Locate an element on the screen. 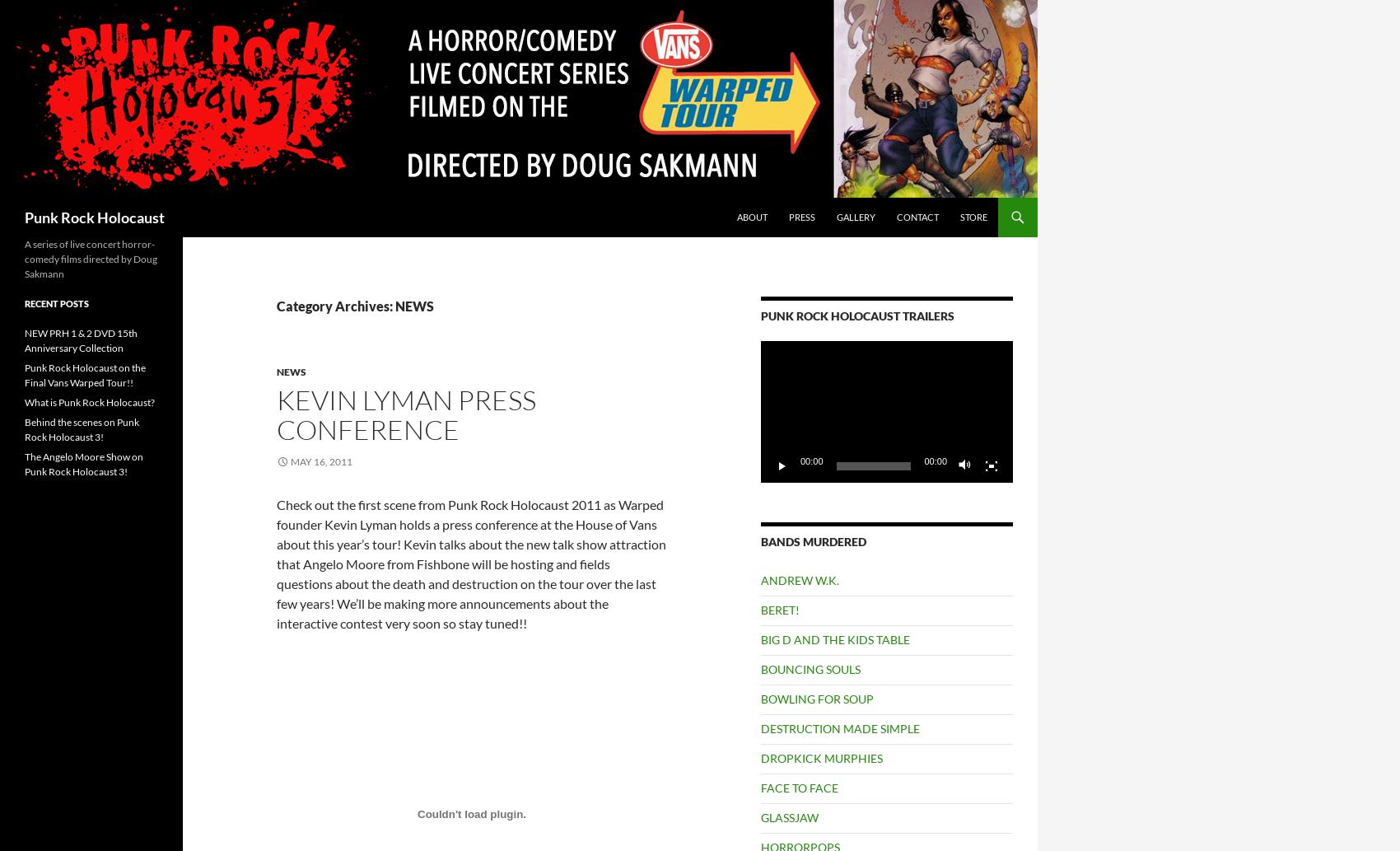 This screenshot has height=851, width=1400. 'A series of live concert horror-comedy films directed by Doug Sakmann' is located at coordinates (90, 258).